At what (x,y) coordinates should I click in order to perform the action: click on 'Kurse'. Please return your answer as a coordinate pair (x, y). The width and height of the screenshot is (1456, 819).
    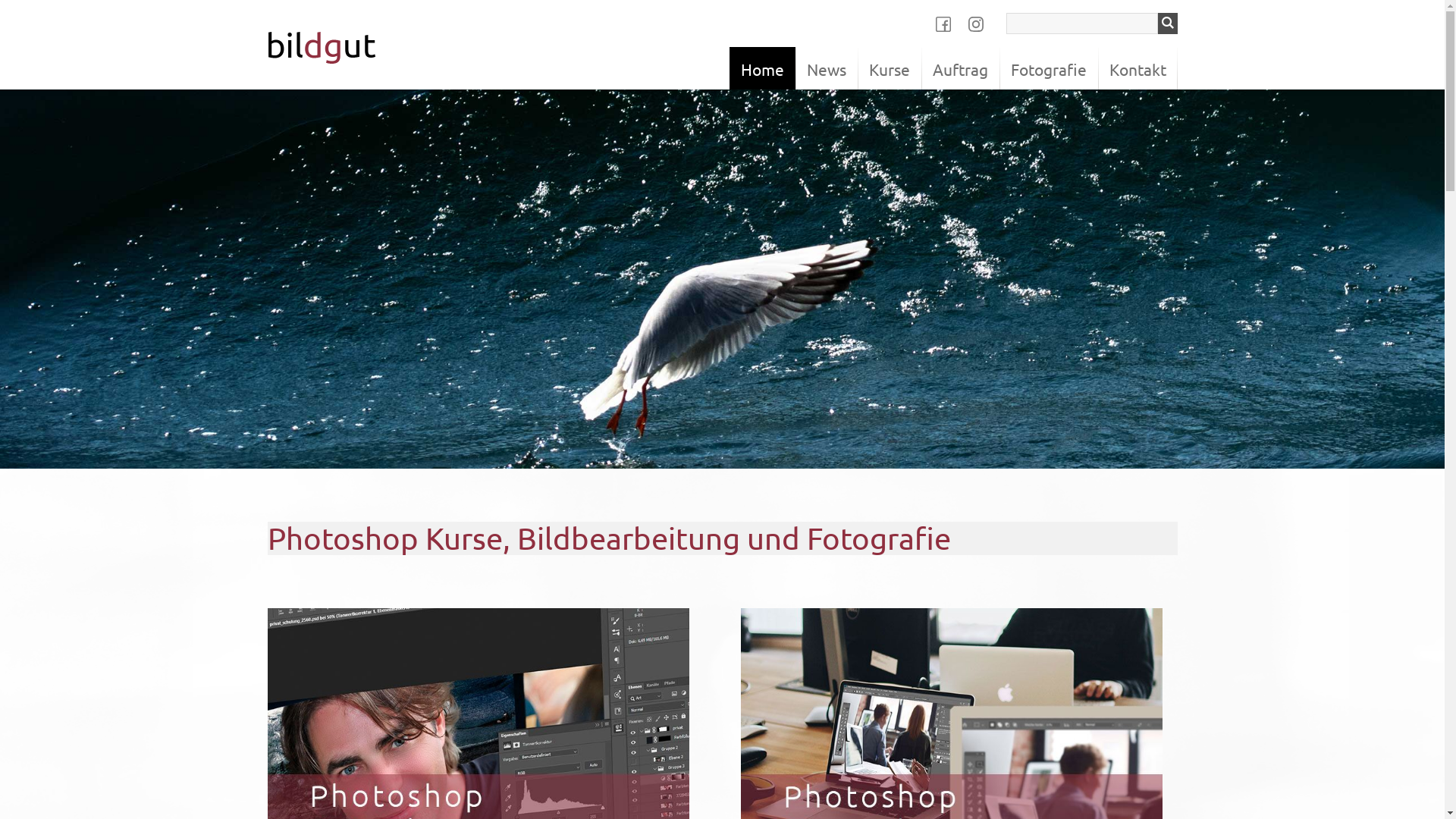
    Looking at the image, I should click on (888, 67).